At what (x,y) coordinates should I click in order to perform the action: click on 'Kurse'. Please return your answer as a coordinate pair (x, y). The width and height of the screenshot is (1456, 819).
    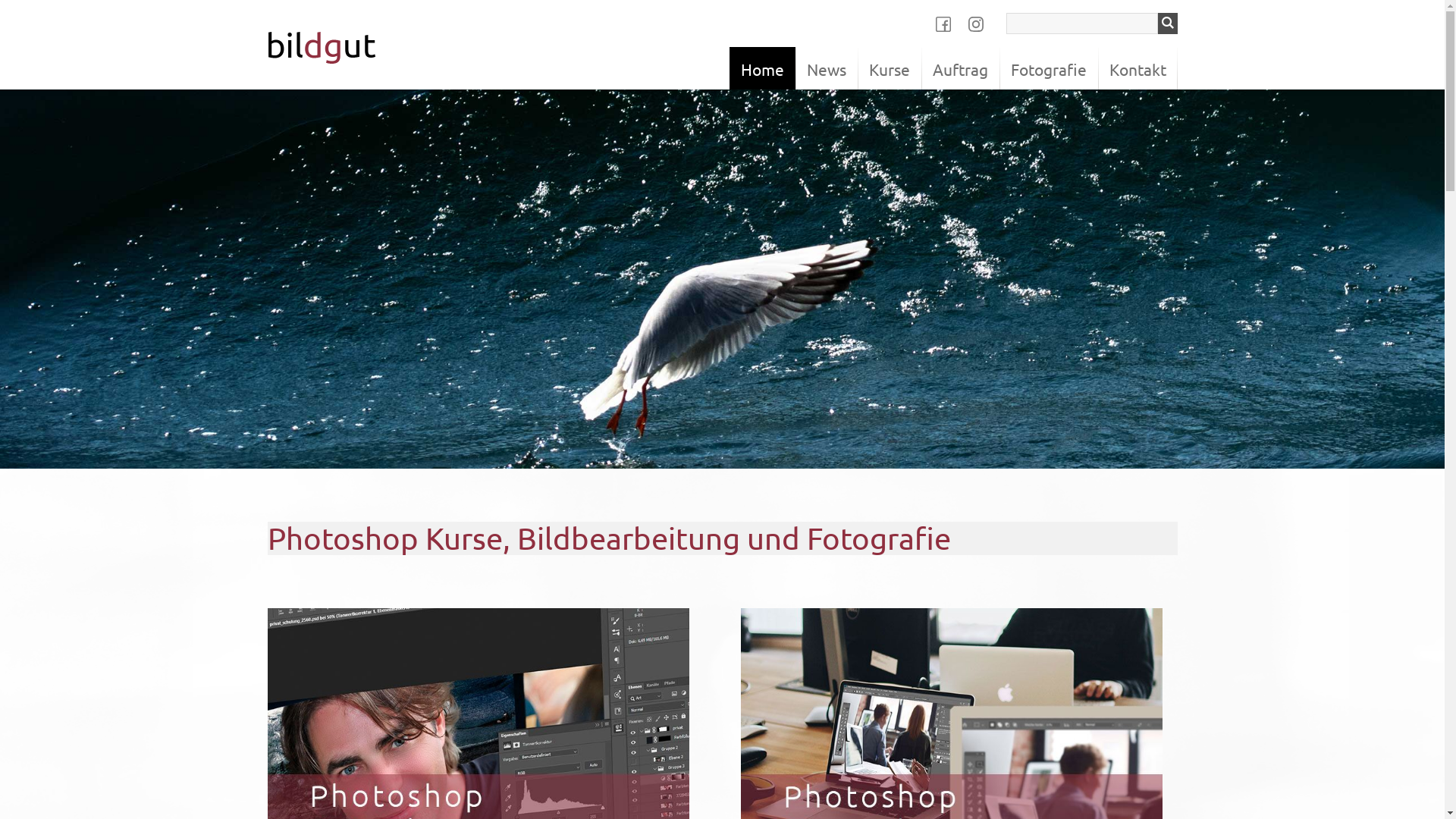
    Looking at the image, I should click on (888, 67).